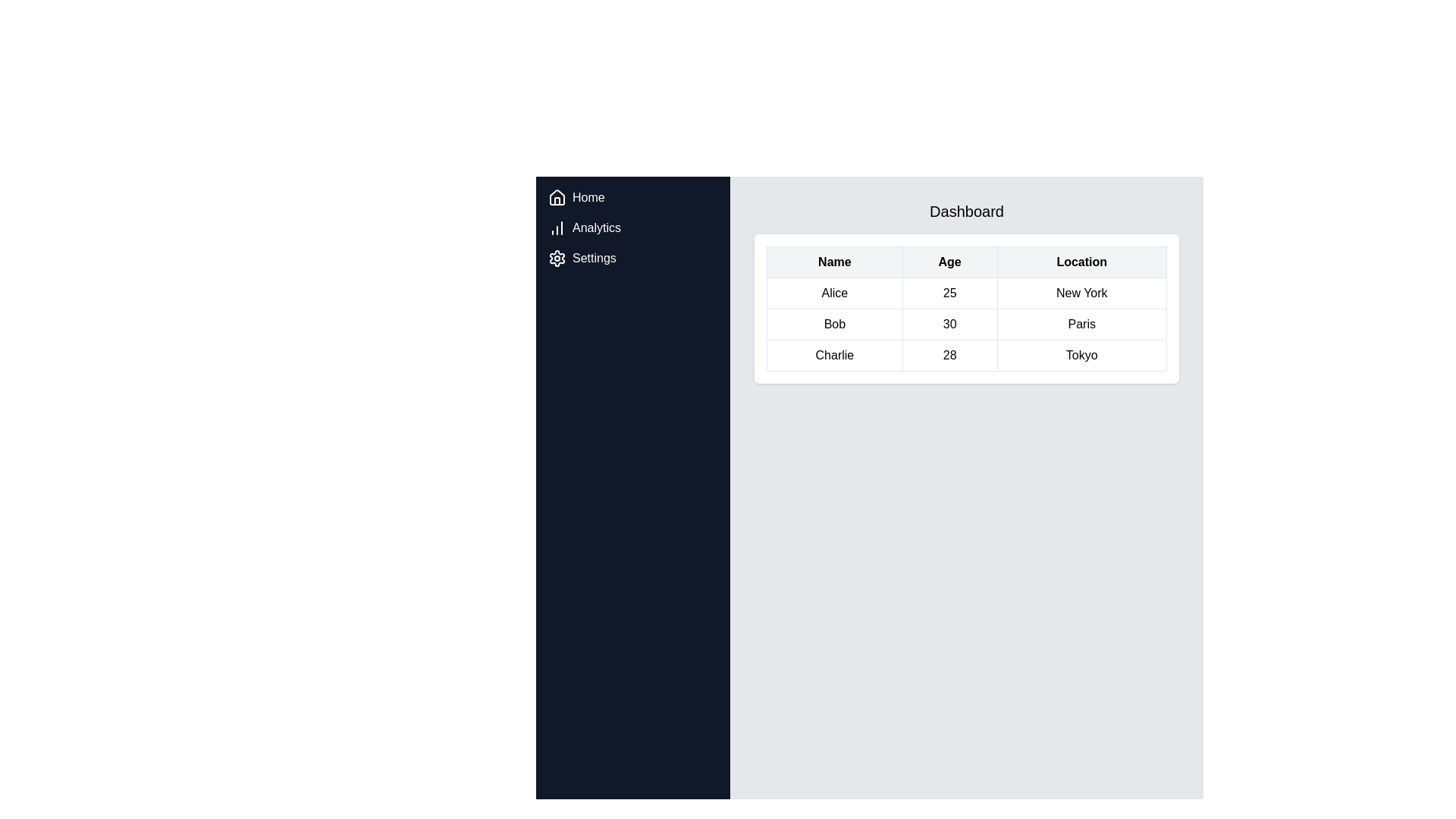  Describe the element at coordinates (833, 324) in the screenshot. I see `the text display element showing the name 'Bob' in black text on a white background, located in the second row and first column of the table labeled 'Name.'` at that location.